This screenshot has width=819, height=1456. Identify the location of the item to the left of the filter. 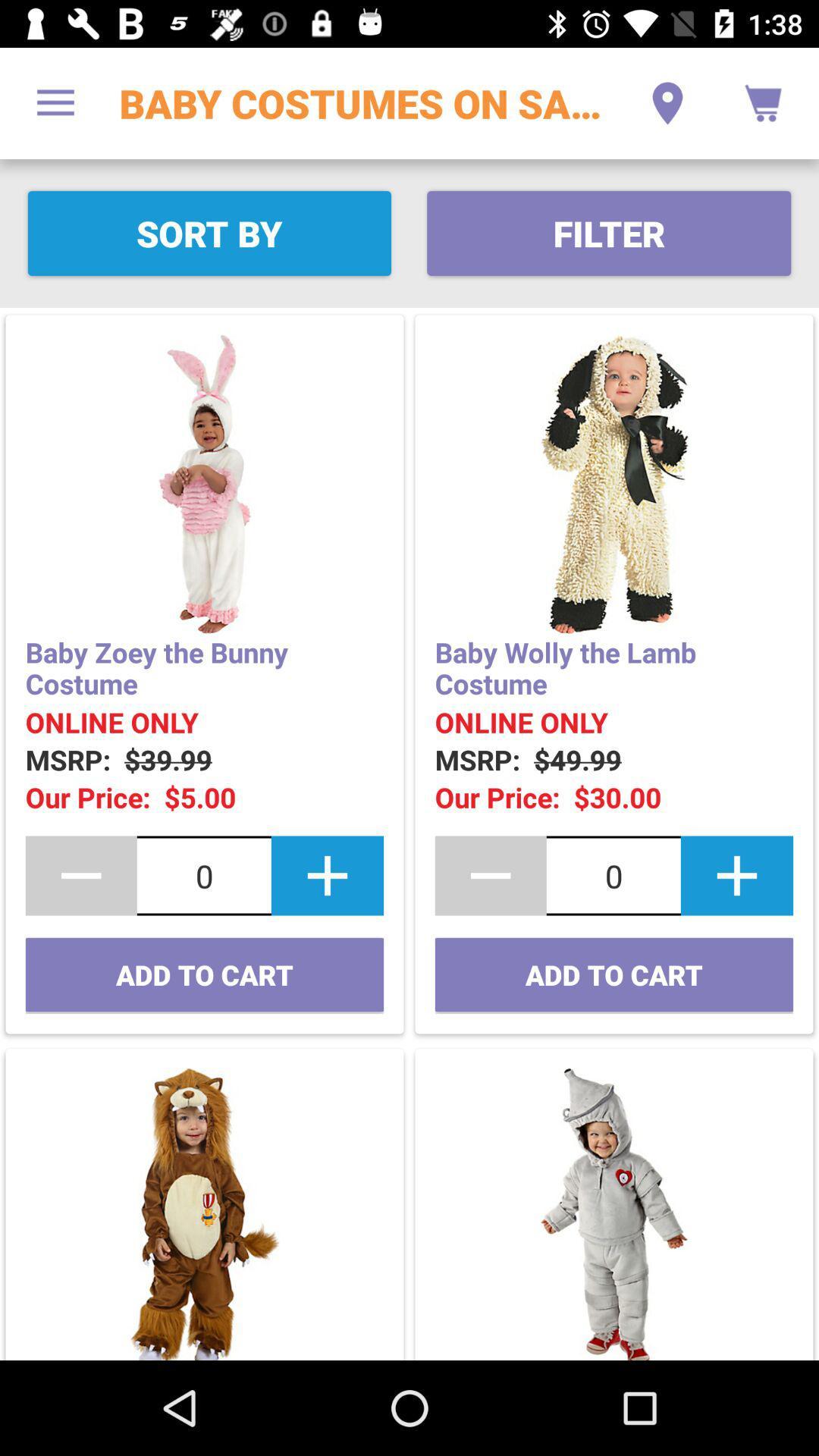
(209, 232).